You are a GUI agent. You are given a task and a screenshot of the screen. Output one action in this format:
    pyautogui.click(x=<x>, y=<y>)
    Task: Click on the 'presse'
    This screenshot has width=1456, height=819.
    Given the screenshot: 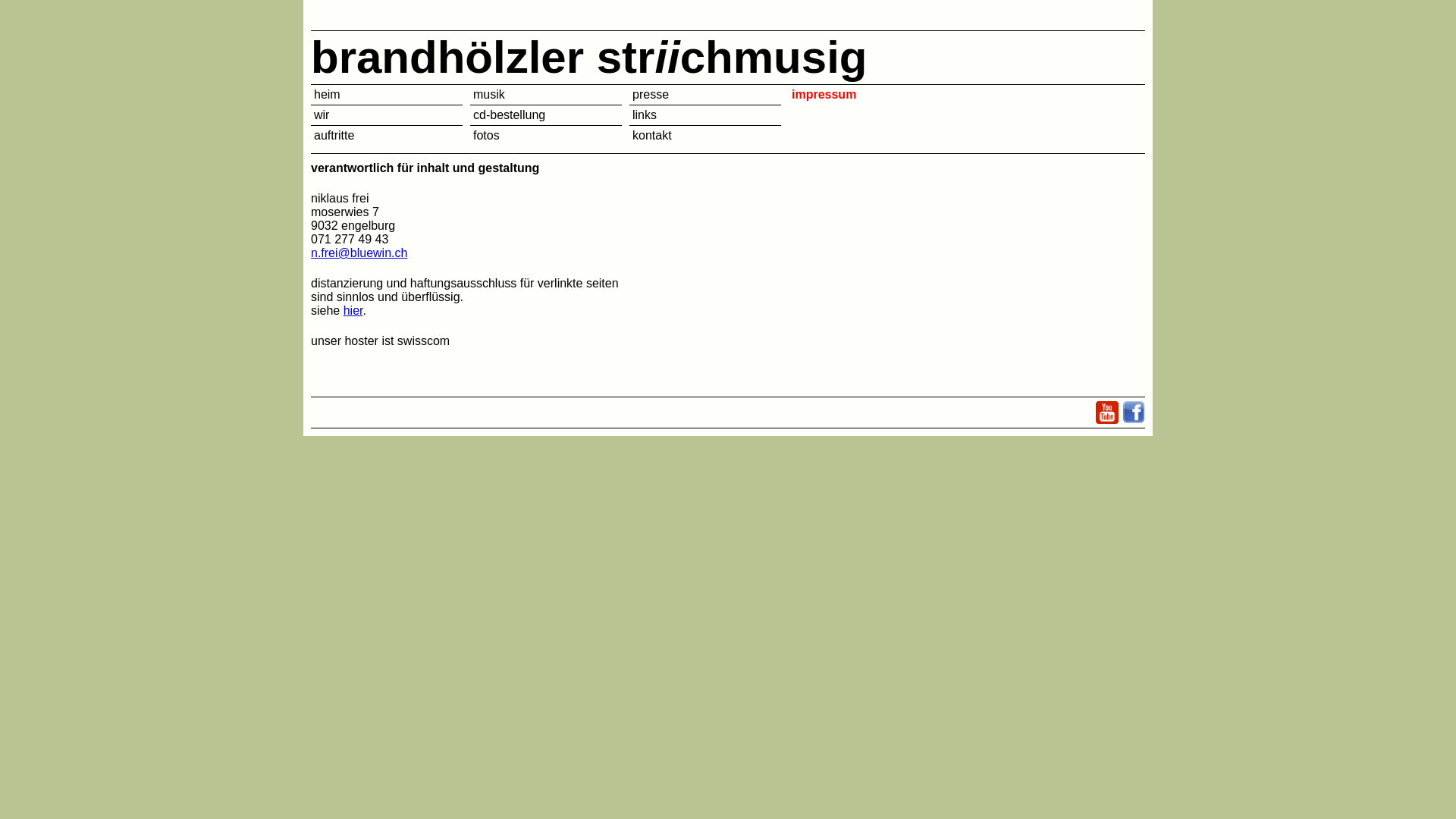 What is the action you would take?
    pyautogui.click(x=632, y=94)
    